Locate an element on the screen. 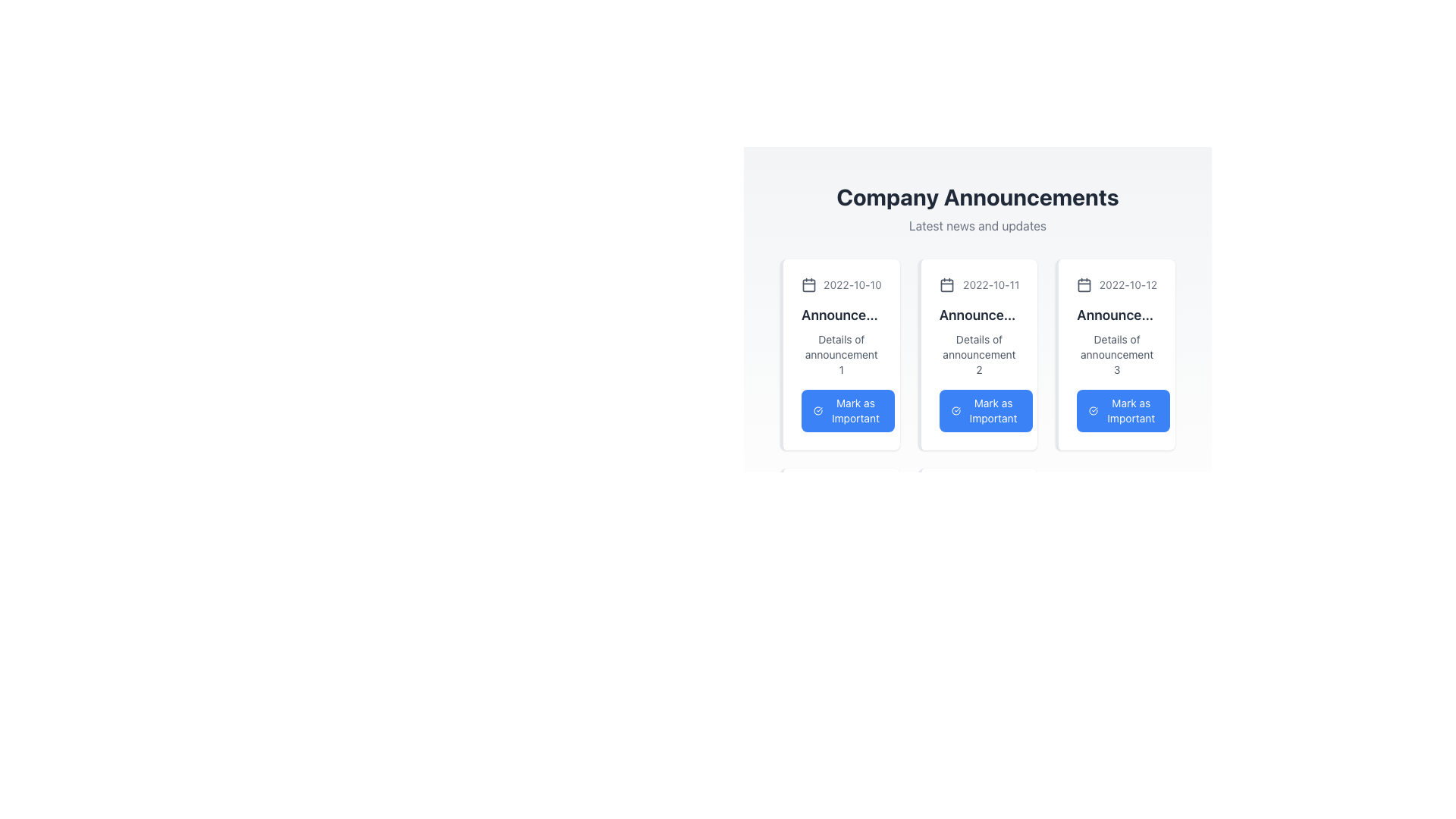 The width and height of the screenshot is (1456, 819). the 'Mark as Important' button which contains the SVG icon indicating the action of marking an item as important is located at coordinates (817, 411).